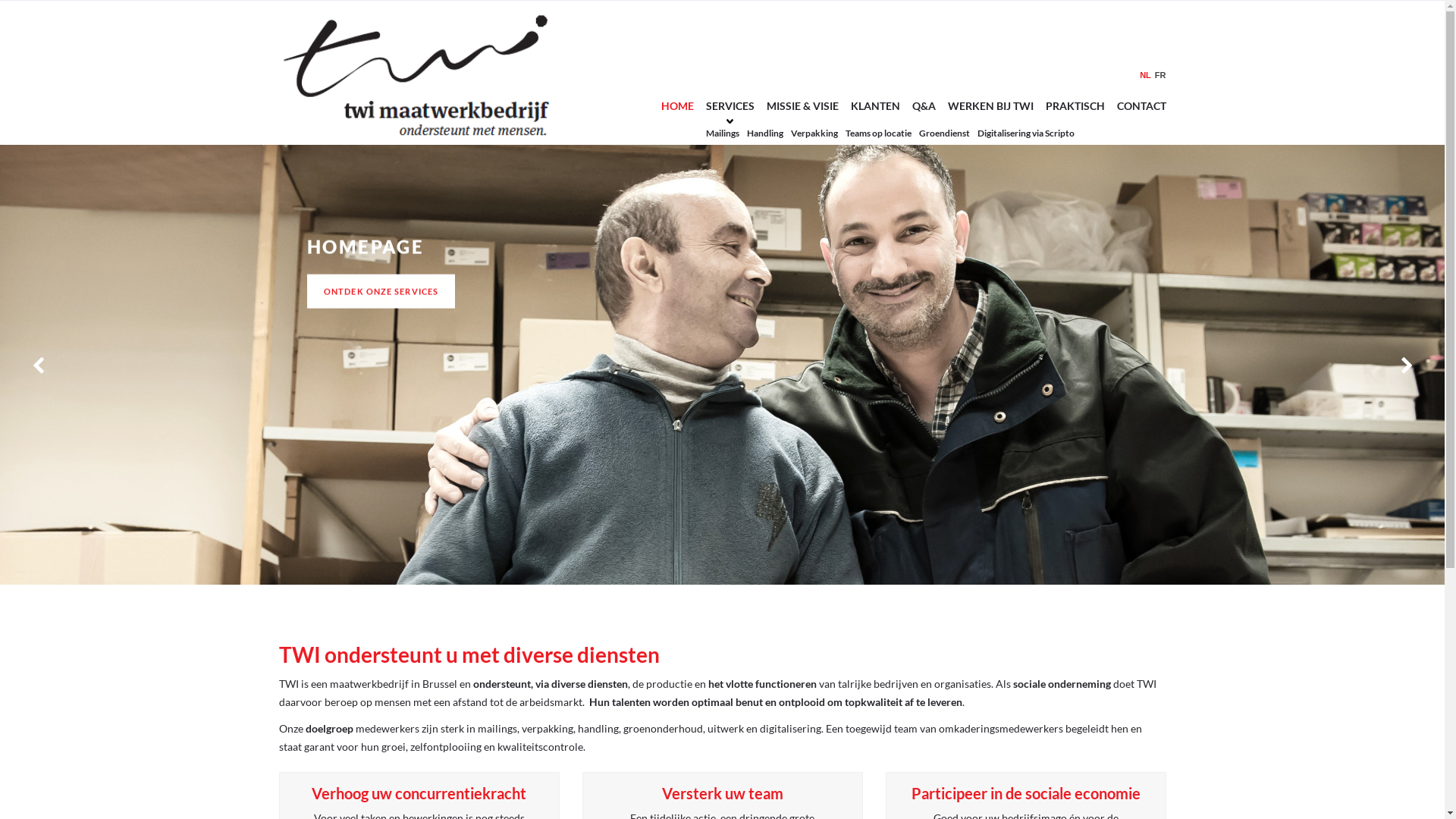 This screenshot has height=819, width=1456. I want to click on 'Digitalisering via Scripto', so click(1029, 131).